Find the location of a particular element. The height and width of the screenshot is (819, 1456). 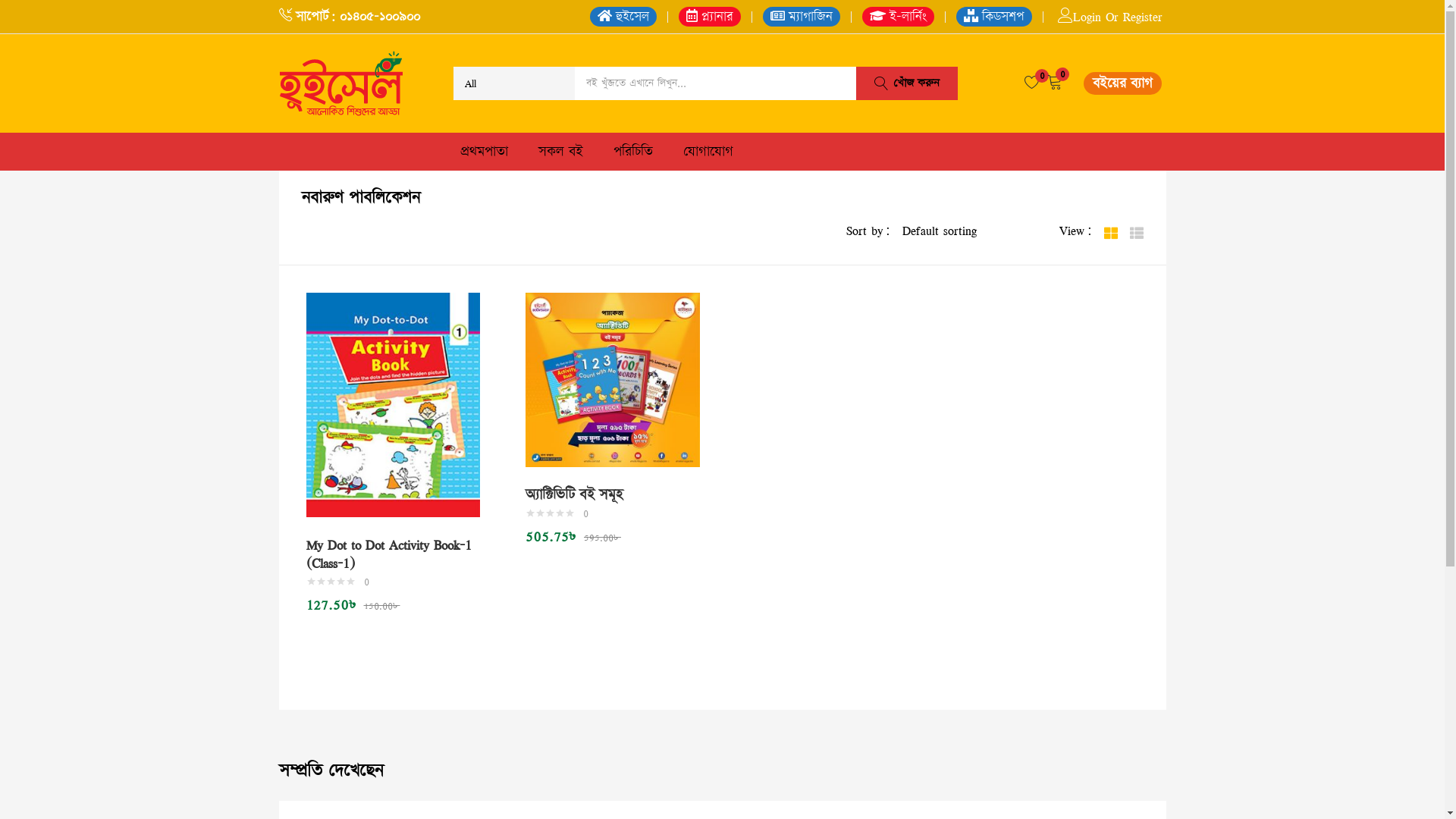

'Login Or Register' is located at coordinates (1109, 17).